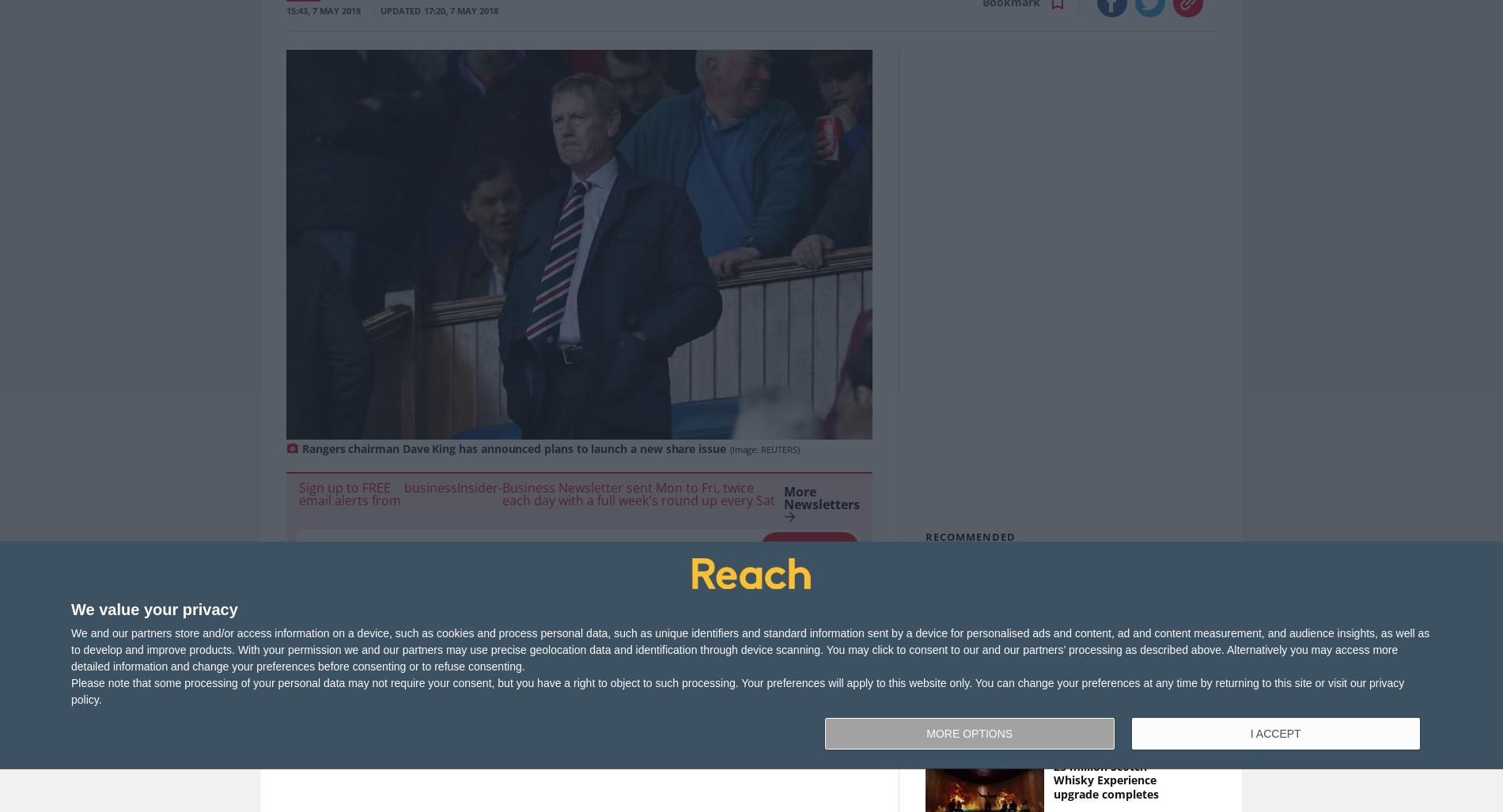  What do you see at coordinates (460, 10) in the screenshot?
I see `'17:20, 7 MAY 2018'` at bounding box center [460, 10].